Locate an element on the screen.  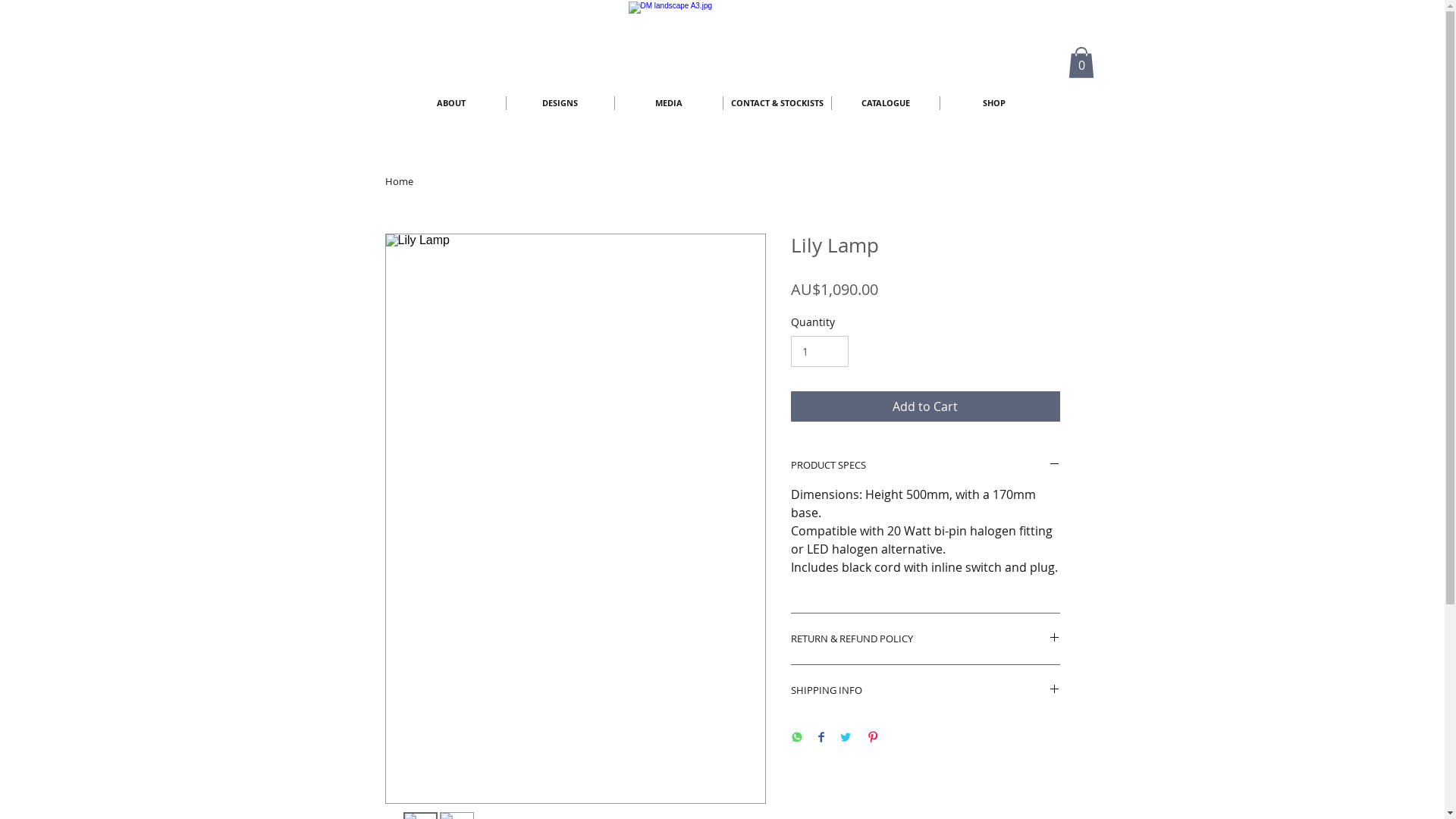
'SHOP' is located at coordinates (993, 102).